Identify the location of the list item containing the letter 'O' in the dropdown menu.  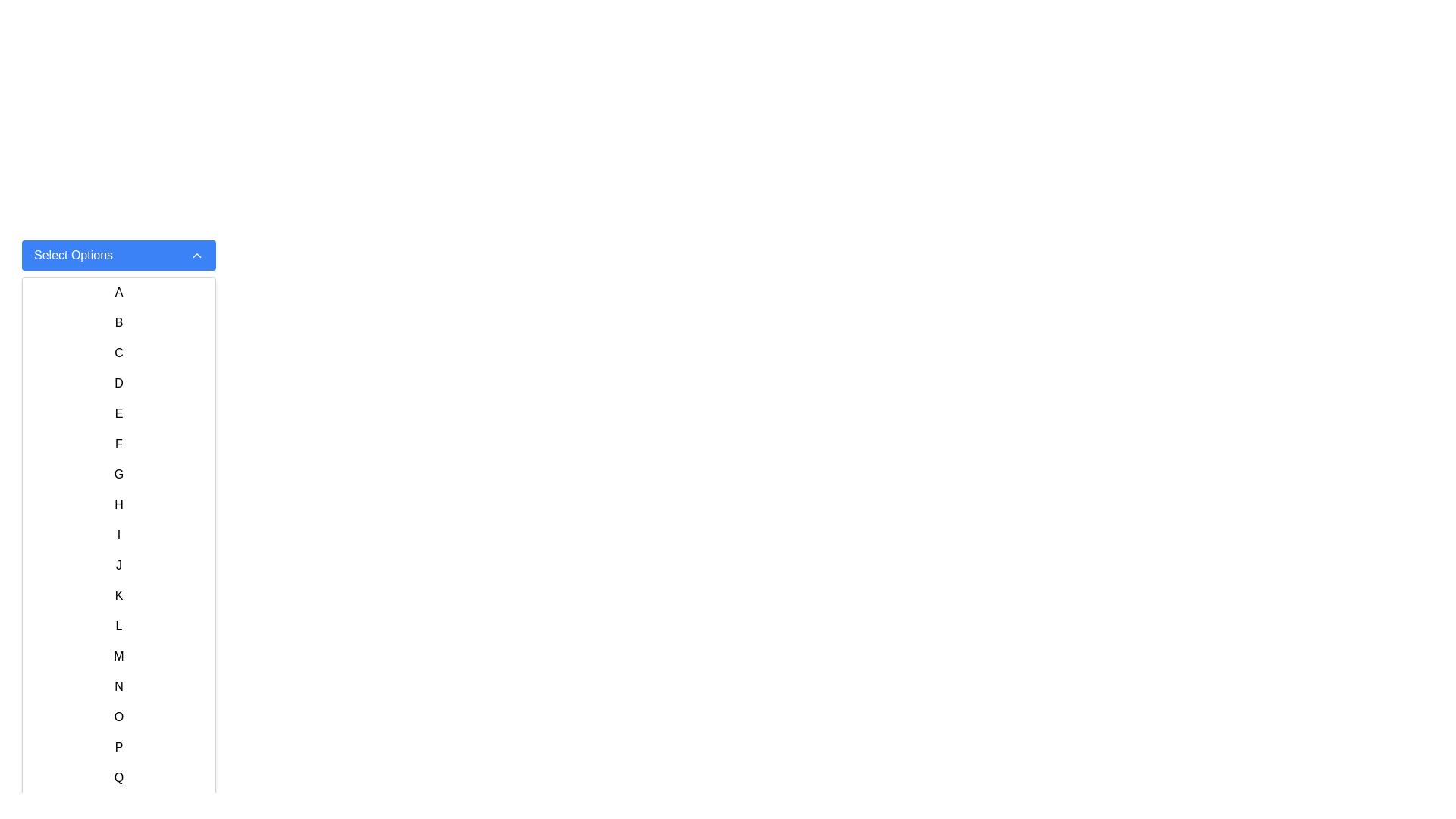
(118, 717).